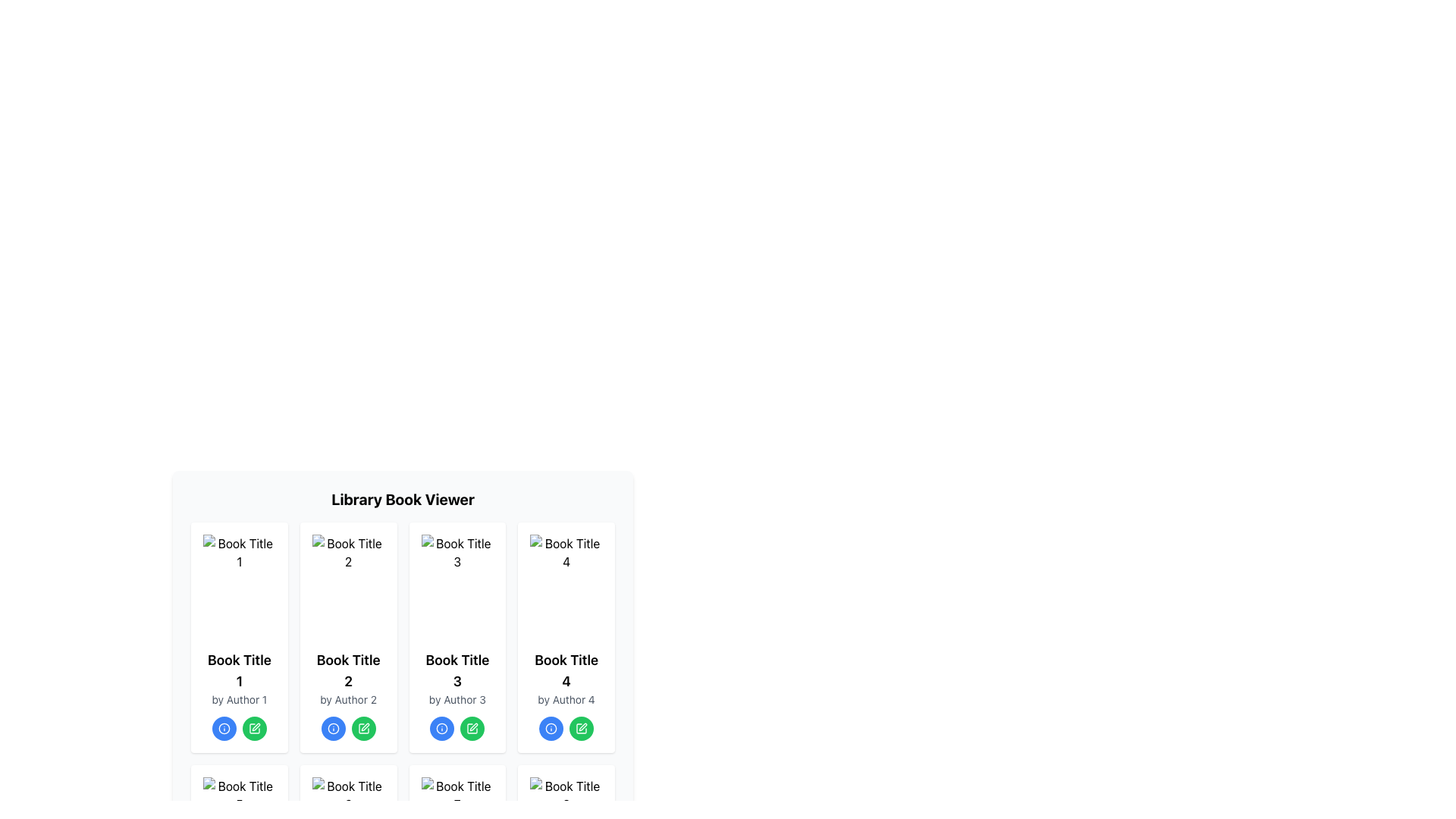 The width and height of the screenshot is (1456, 819). What do you see at coordinates (254, 727) in the screenshot?
I see `the green circular button with a white pen icon inside` at bounding box center [254, 727].